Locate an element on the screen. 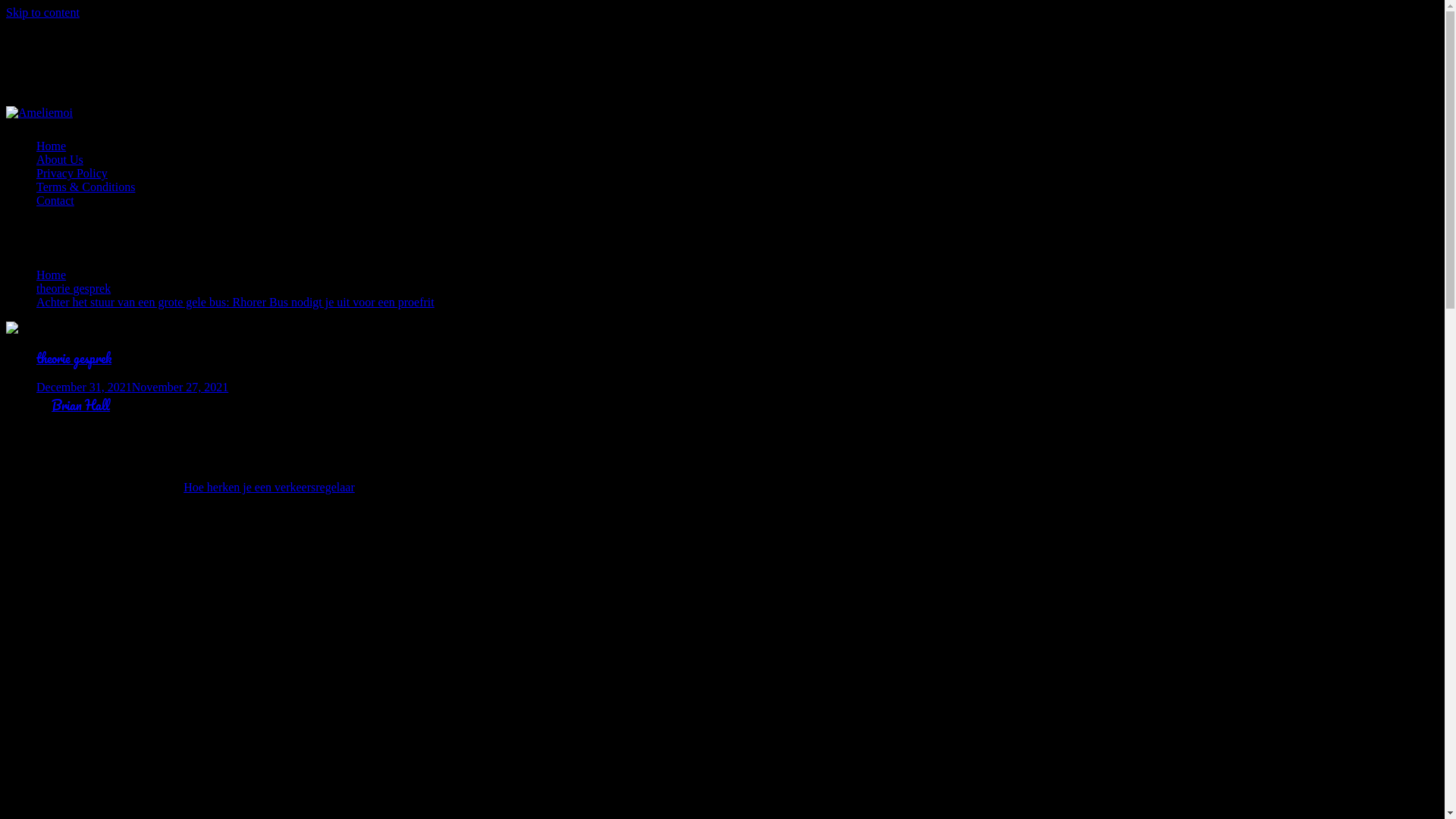 The image size is (1456, 819). 'Home' is located at coordinates (51, 146).